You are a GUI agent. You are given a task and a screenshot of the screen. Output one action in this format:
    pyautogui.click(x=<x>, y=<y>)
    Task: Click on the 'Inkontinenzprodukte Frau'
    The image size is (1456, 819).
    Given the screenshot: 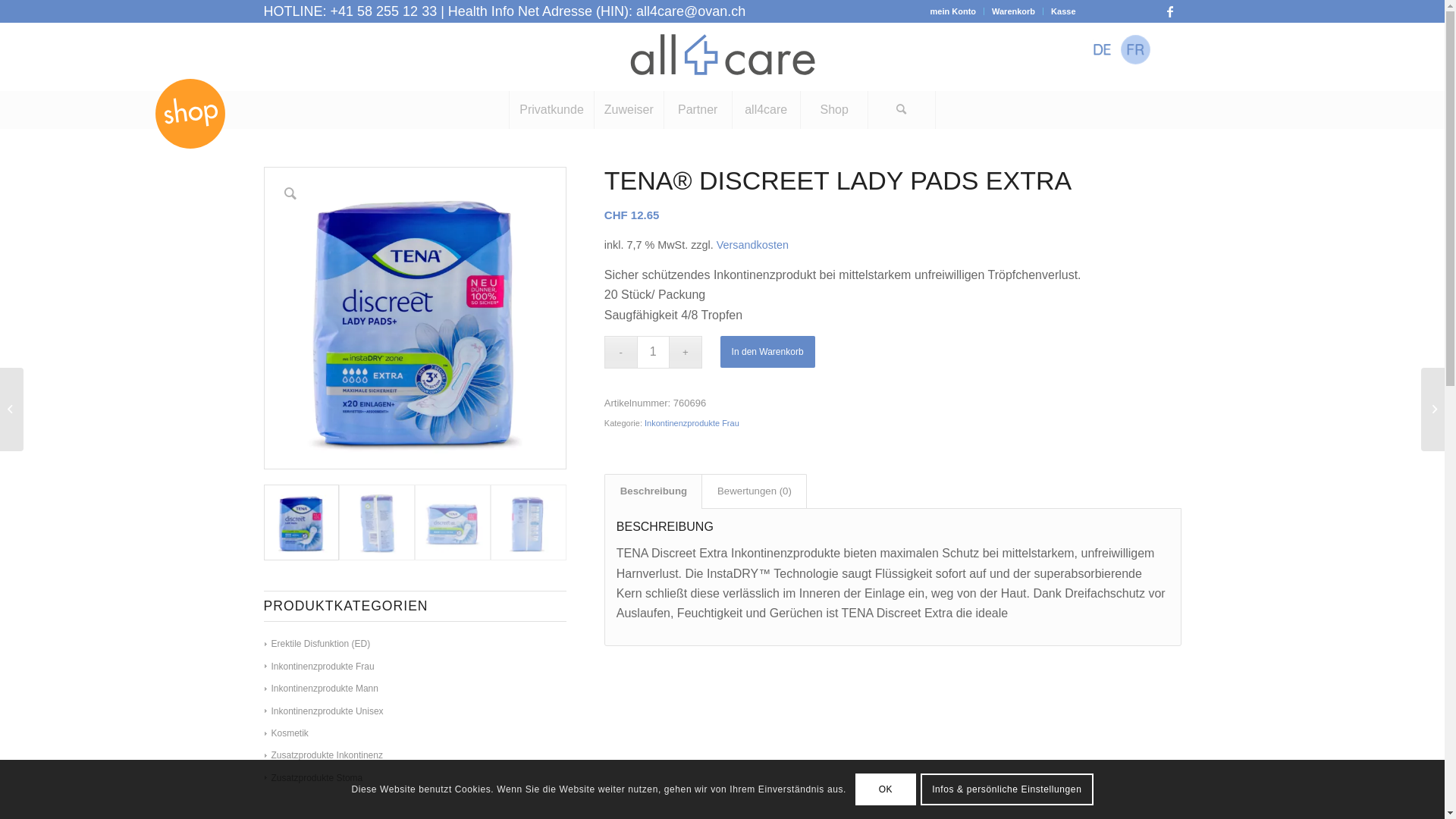 What is the action you would take?
    pyautogui.click(x=691, y=423)
    